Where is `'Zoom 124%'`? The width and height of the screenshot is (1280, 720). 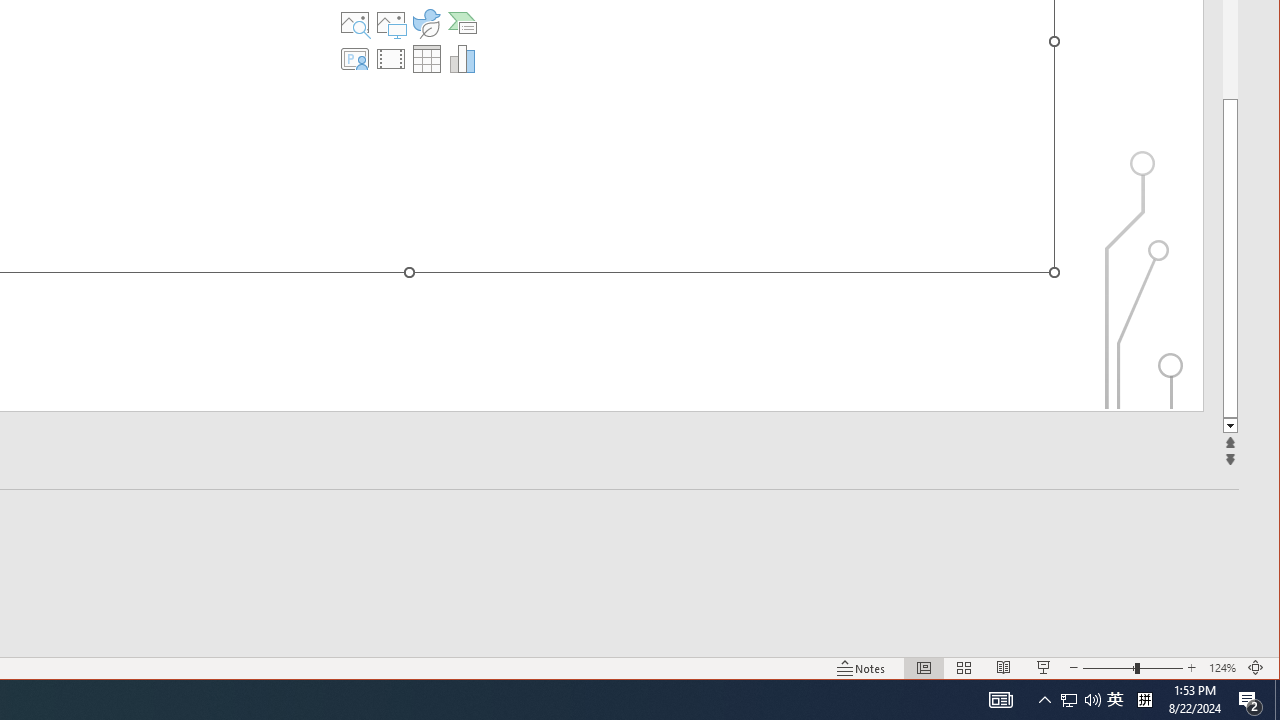
'Zoom 124%' is located at coordinates (1221, 668).